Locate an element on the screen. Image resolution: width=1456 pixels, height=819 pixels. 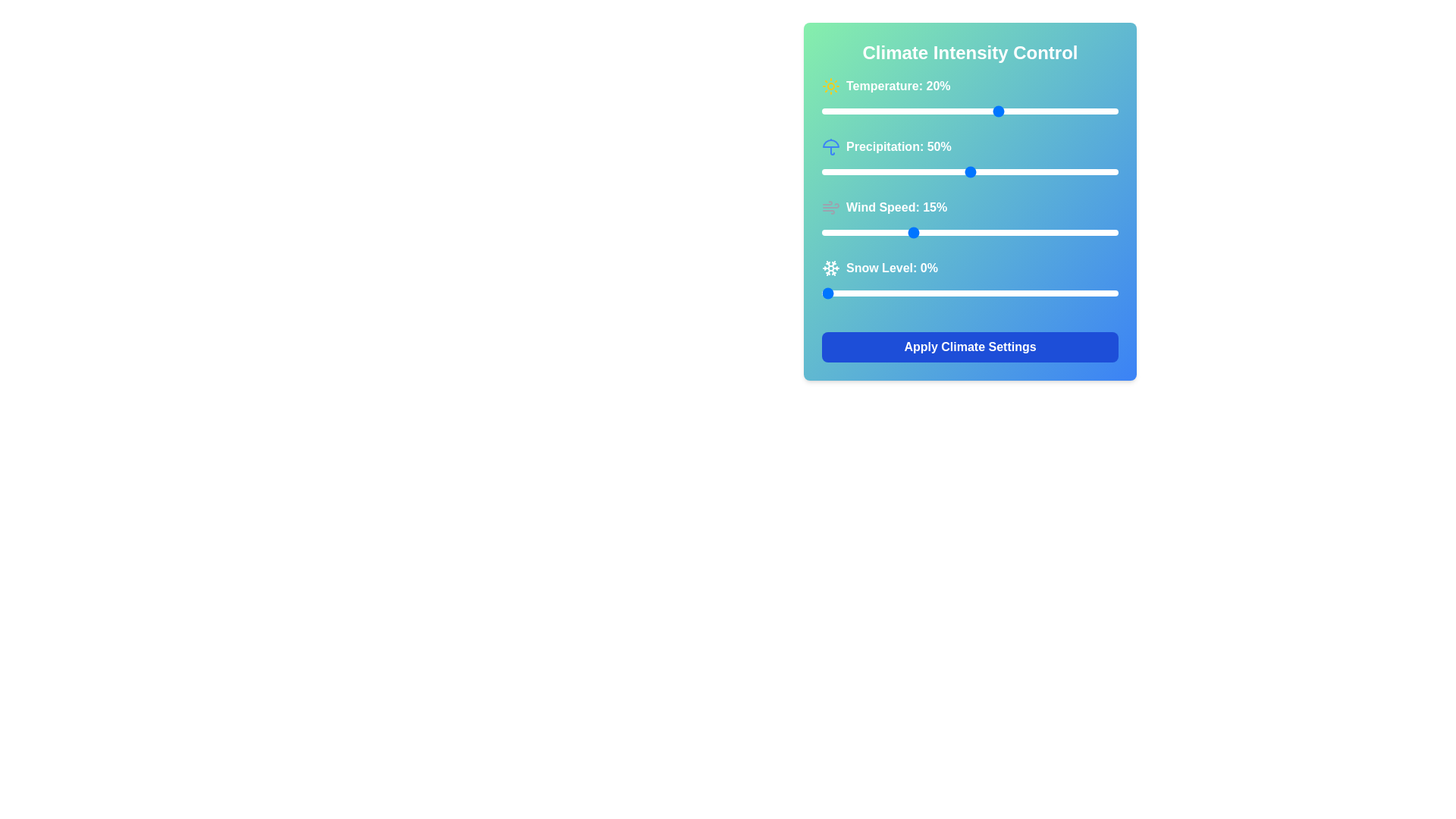
the Temperature is located at coordinates (887, 110).